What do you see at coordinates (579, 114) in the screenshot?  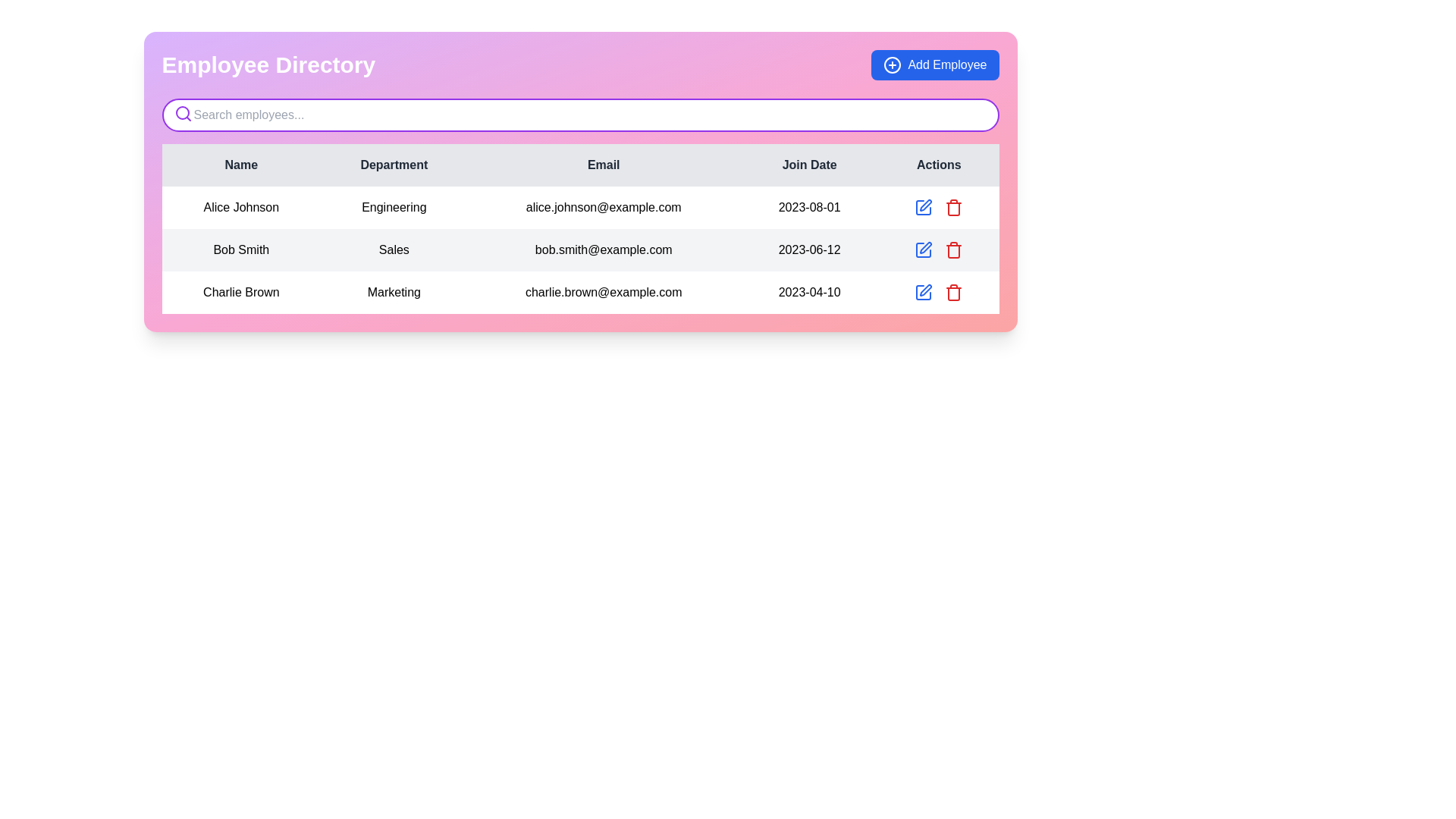 I see `the search bar styled with a rounded outline and a soft purple border, located under 'Employee Directory'` at bounding box center [579, 114].